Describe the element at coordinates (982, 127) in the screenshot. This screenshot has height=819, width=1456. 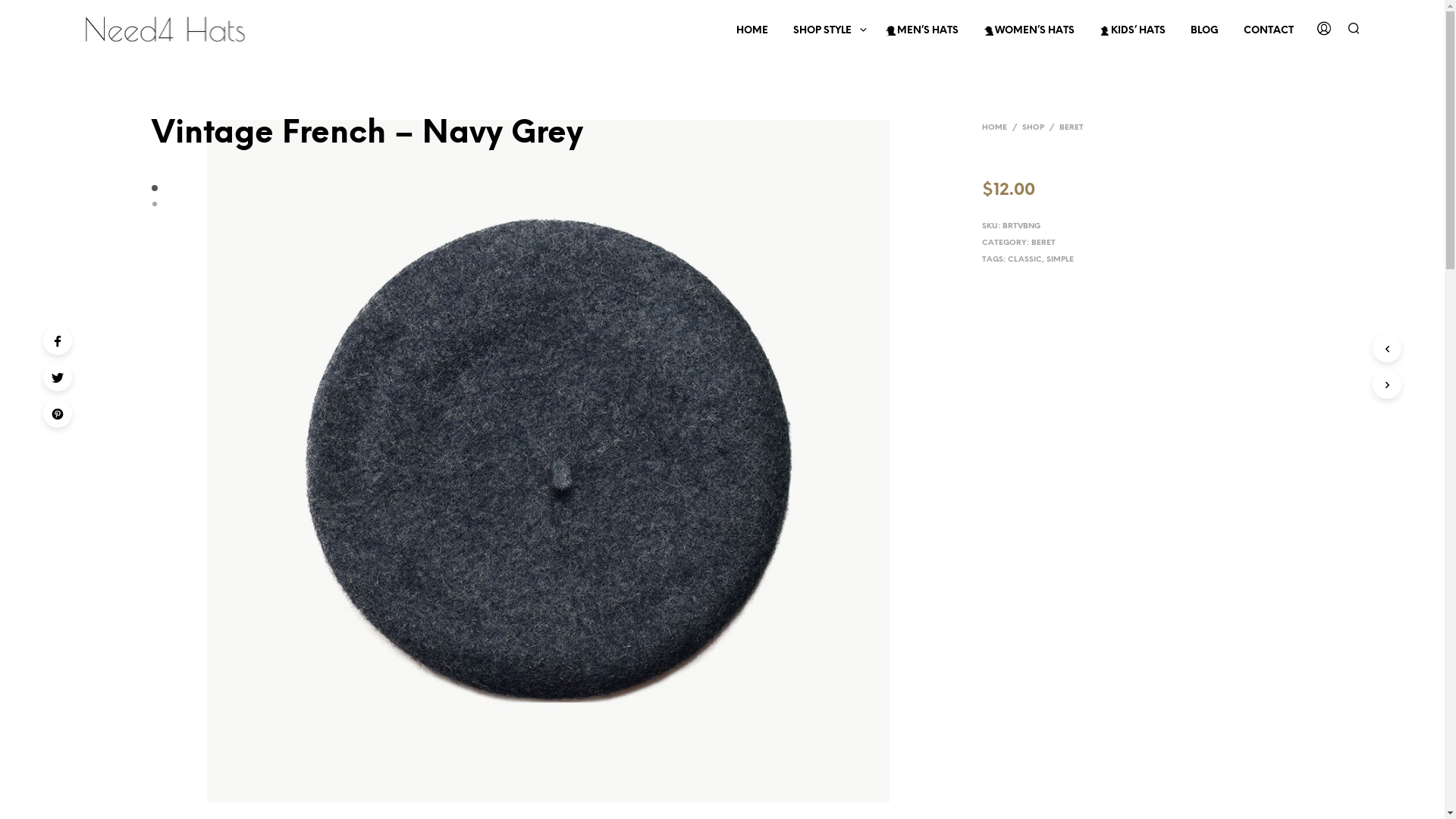
I see `'HOME'` at that location.